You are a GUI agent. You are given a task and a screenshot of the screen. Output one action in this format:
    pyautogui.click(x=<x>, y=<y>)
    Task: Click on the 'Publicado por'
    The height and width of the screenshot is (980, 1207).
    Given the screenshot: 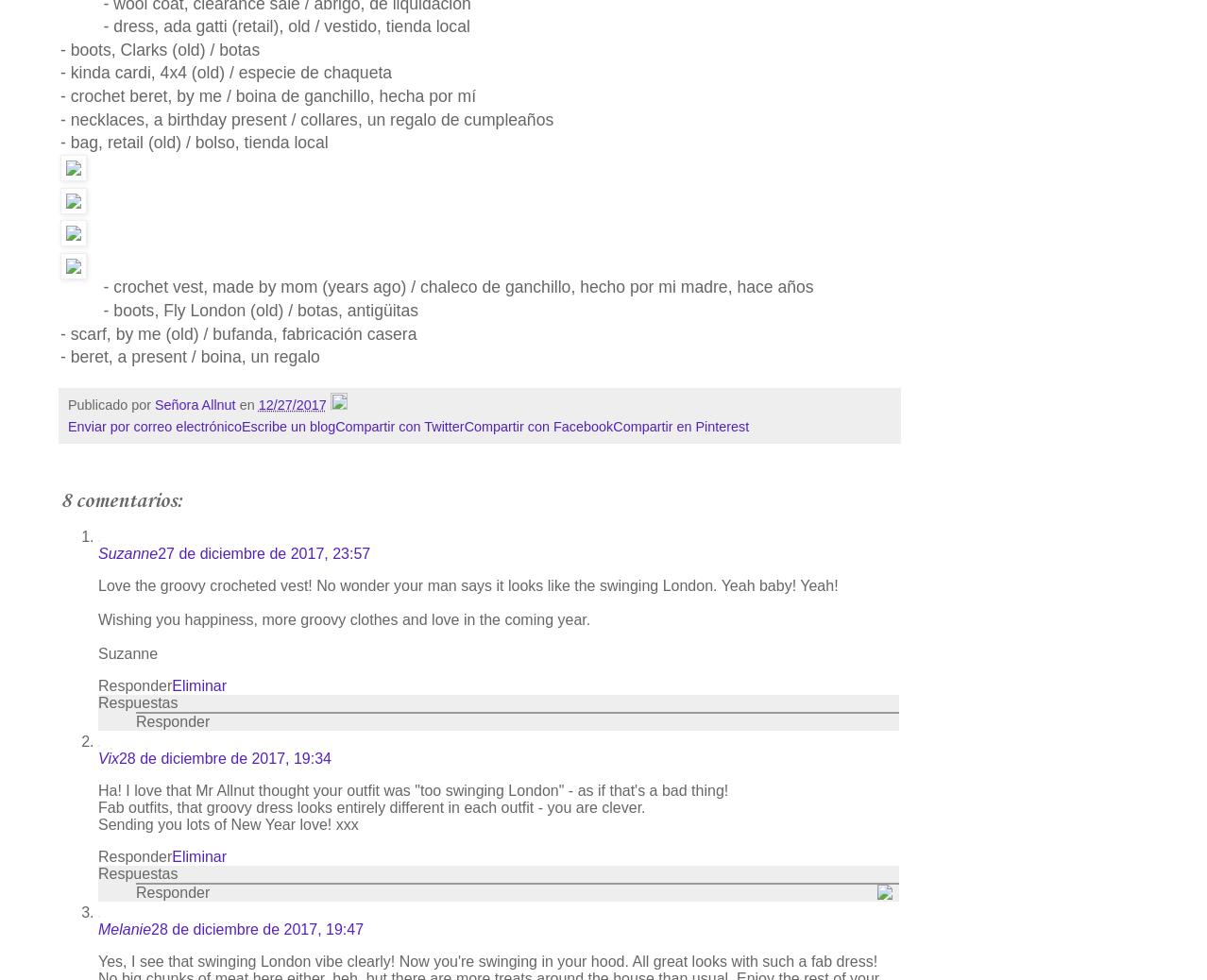 What is the action you would take?
    pyautogui.click(x=110, y=403)
    